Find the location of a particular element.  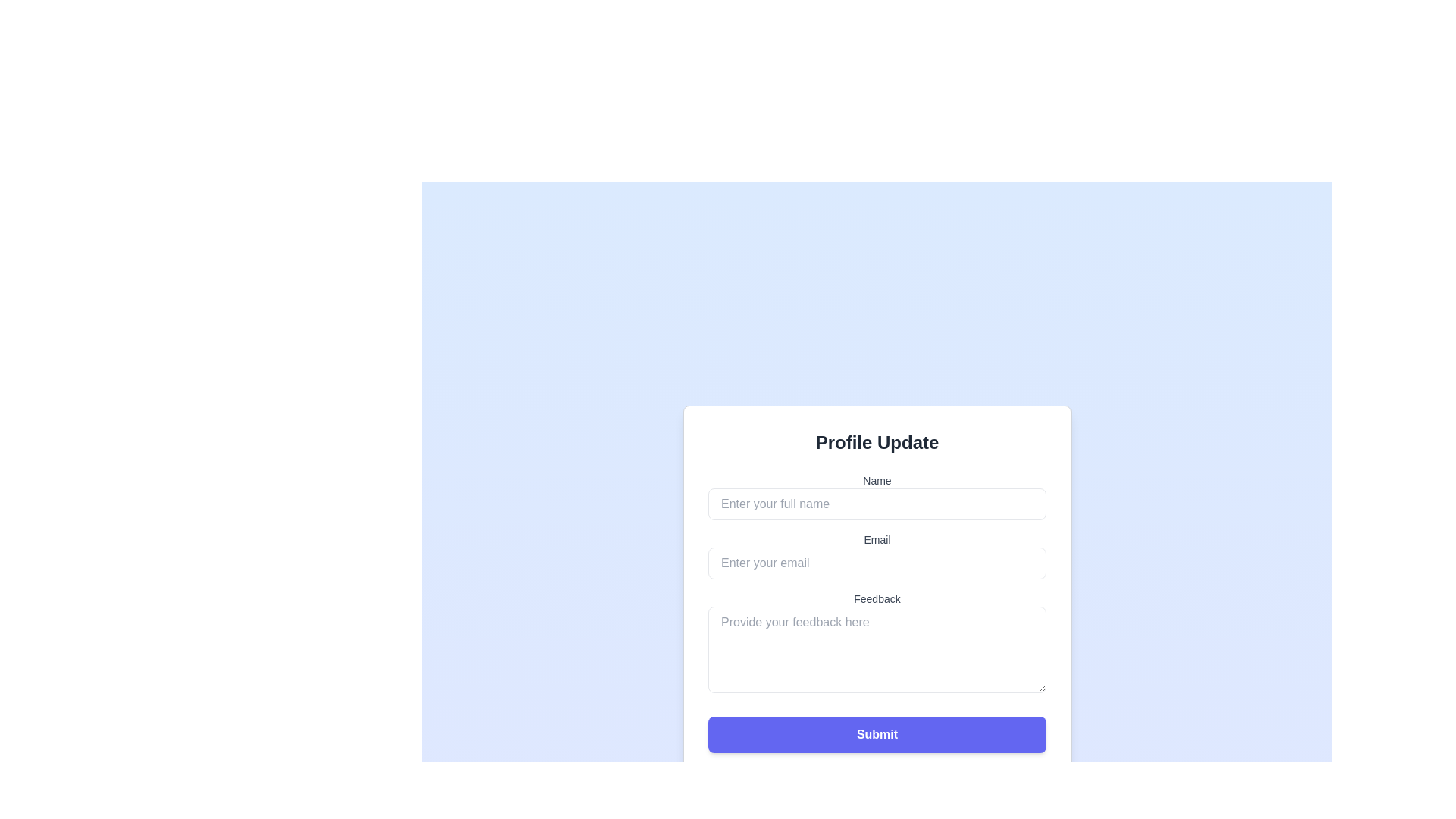

the submit button located at the bottom of the 'Profile Update' form to see the focus ring is located at coordinates (877, 733).